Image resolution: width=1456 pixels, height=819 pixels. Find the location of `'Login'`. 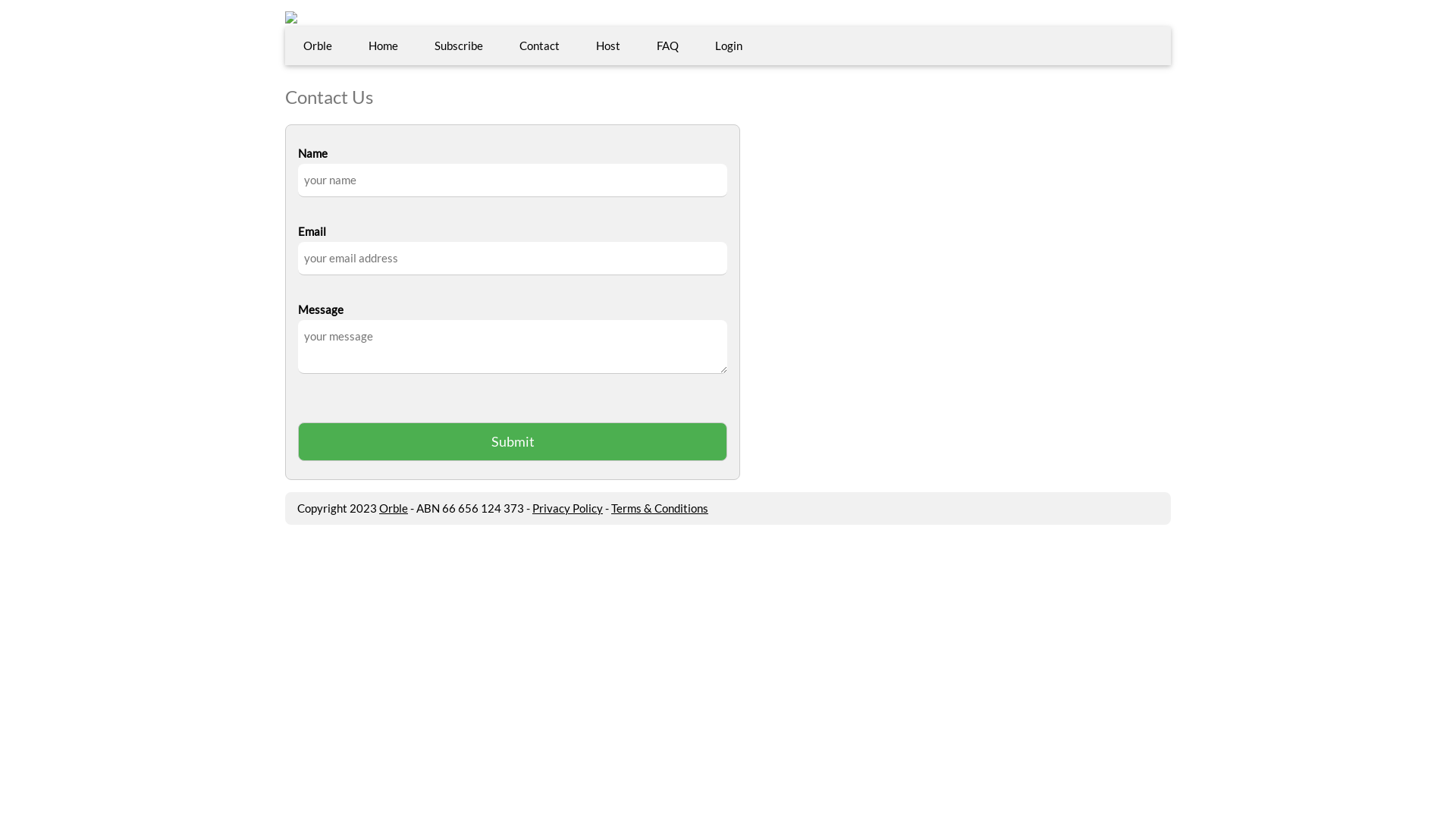

'Login' is located at coordinates (728, 45).